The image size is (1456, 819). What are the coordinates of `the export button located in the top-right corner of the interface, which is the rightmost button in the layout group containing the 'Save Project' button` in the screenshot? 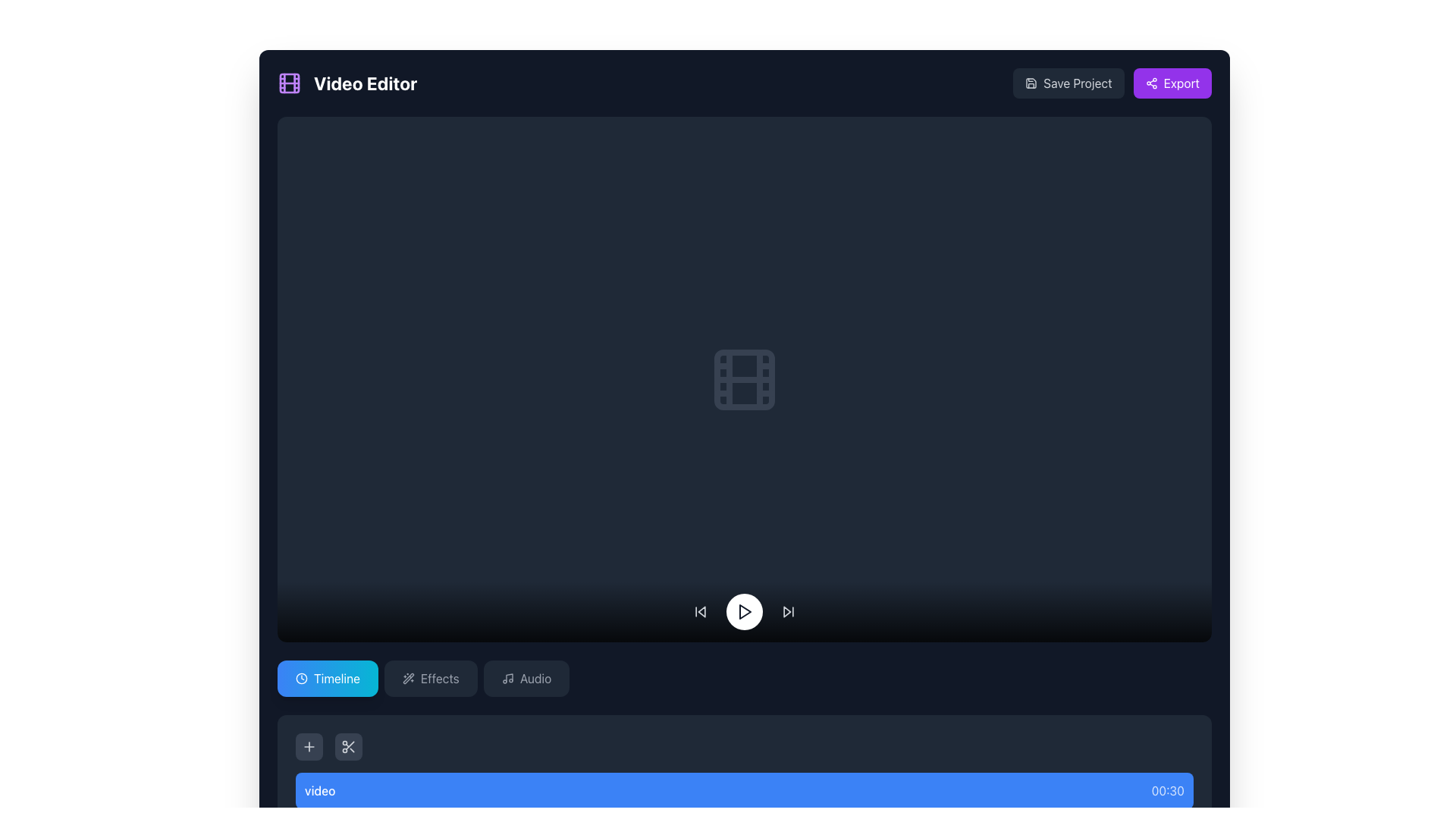 It's located at (1172, 83).